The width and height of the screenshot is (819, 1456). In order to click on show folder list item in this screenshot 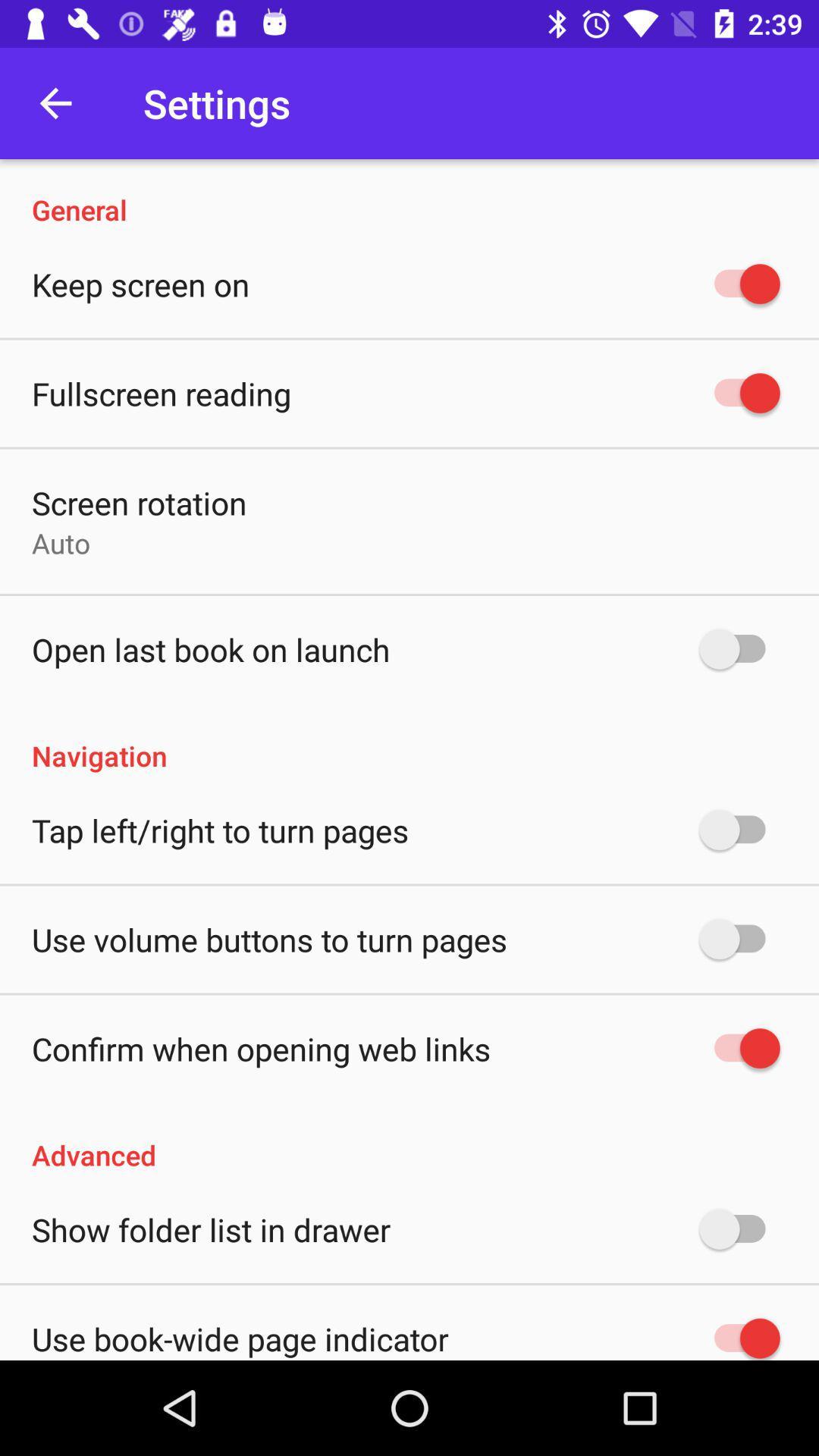, I will do `click(211, 1229)`.